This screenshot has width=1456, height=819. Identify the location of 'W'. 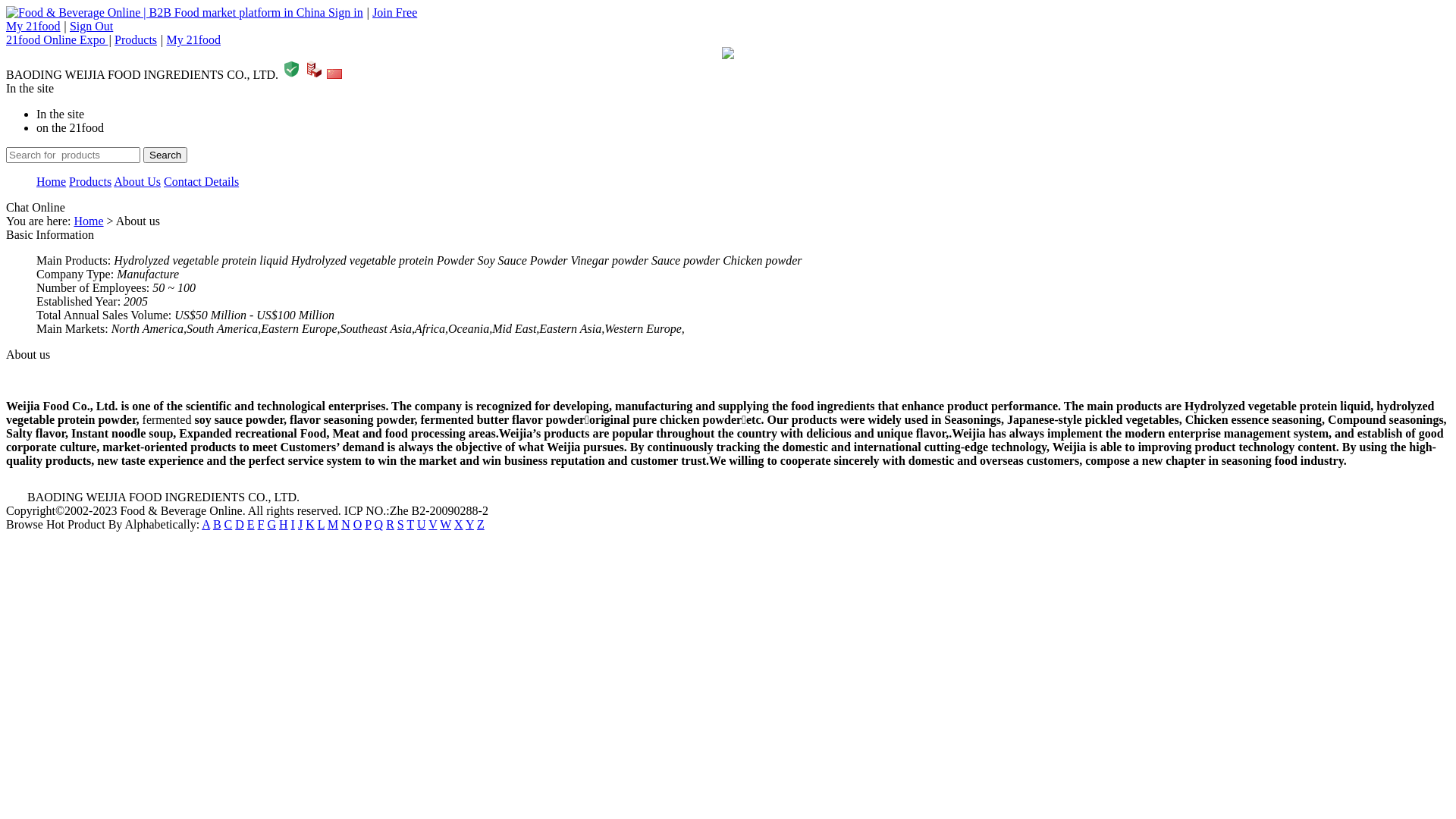
(444, 523).